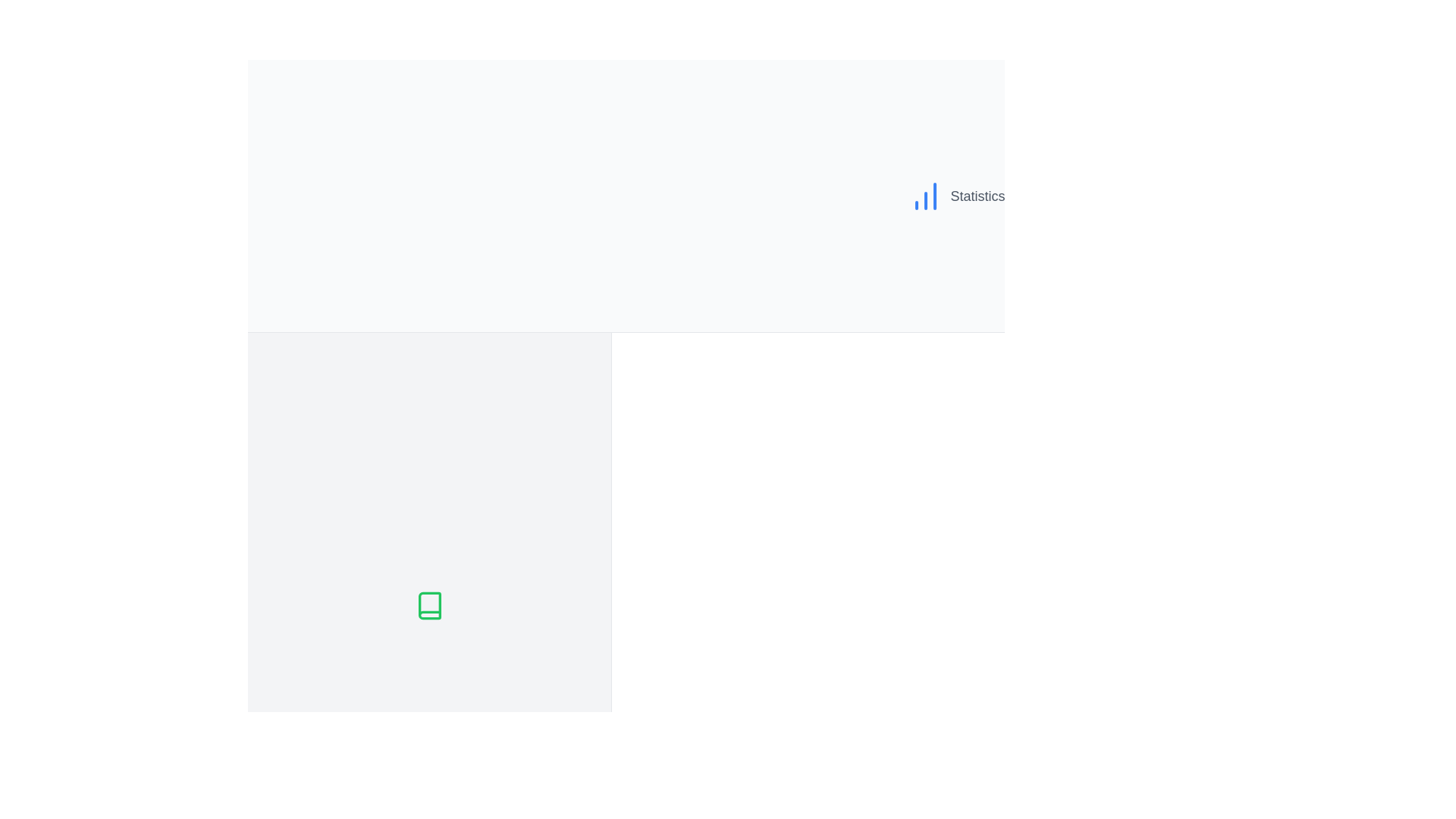 The height and width of the screenshot is (819, 1456). Describe the element at coordinates (925, 195) in the screenshot. I see `the SVG Icon representing statistical data located in the 'Statistics Panel' section, positioned to the left of the 'Statistics Panel' text` at that location.